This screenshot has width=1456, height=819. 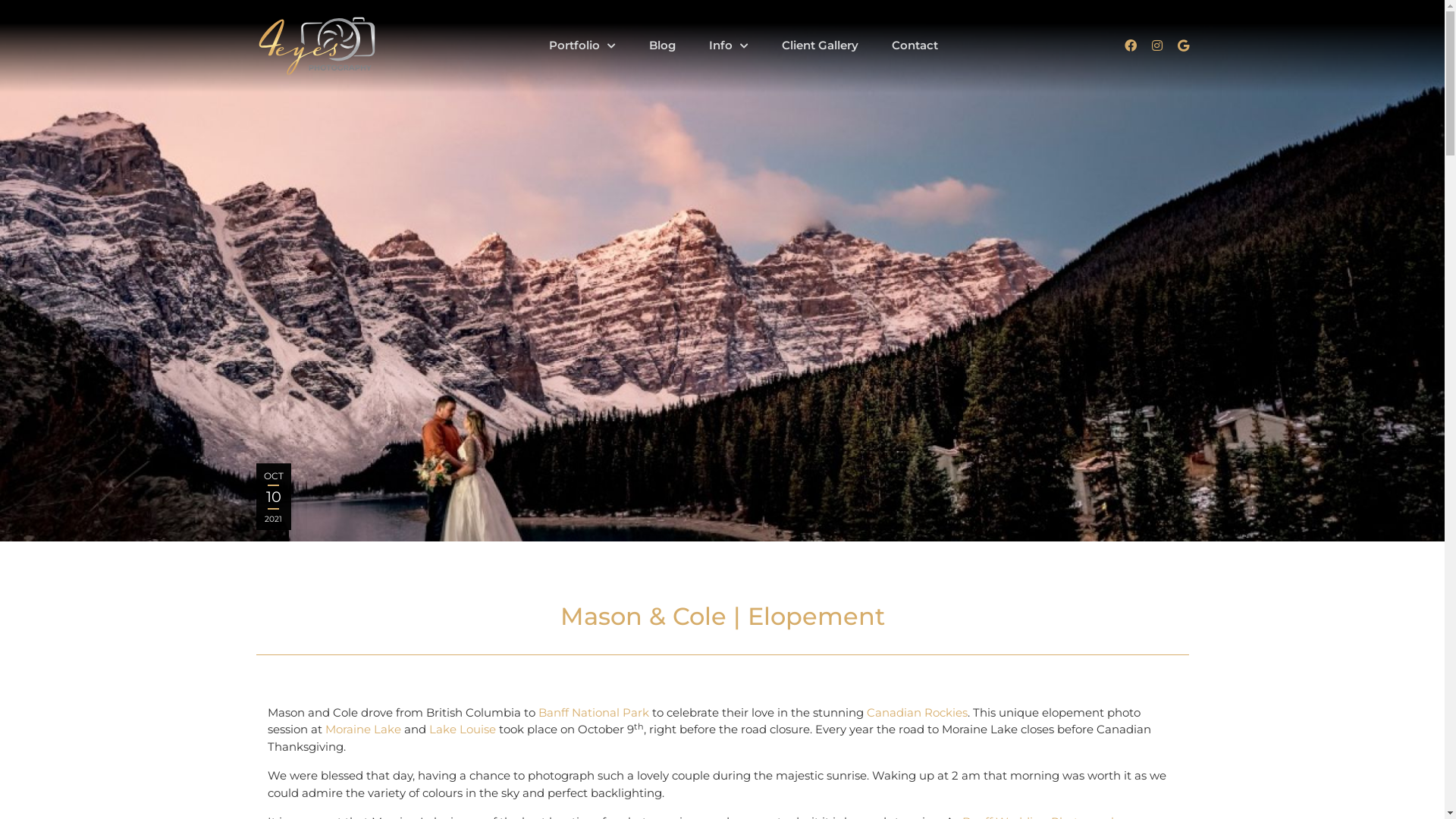 What do you see at coordinates (1129, 45) in the screenshot?
I see `'Facebook'` at bounding box center [1129, 45].